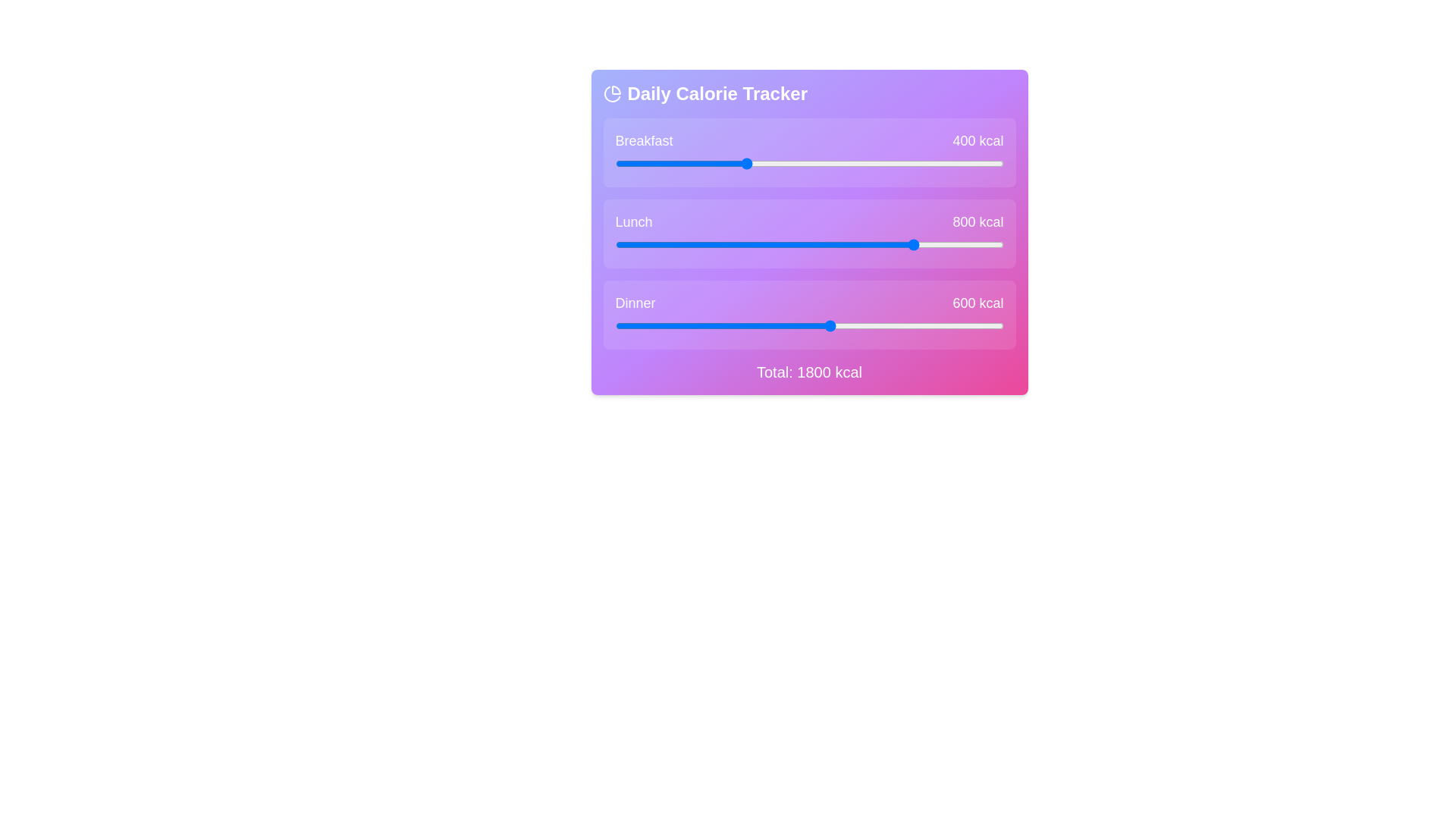 The image size is (1456, 819). Describe the element at coordinates (876, 164) in the screenshot. I see `the calorie value for breakfast` at that location.